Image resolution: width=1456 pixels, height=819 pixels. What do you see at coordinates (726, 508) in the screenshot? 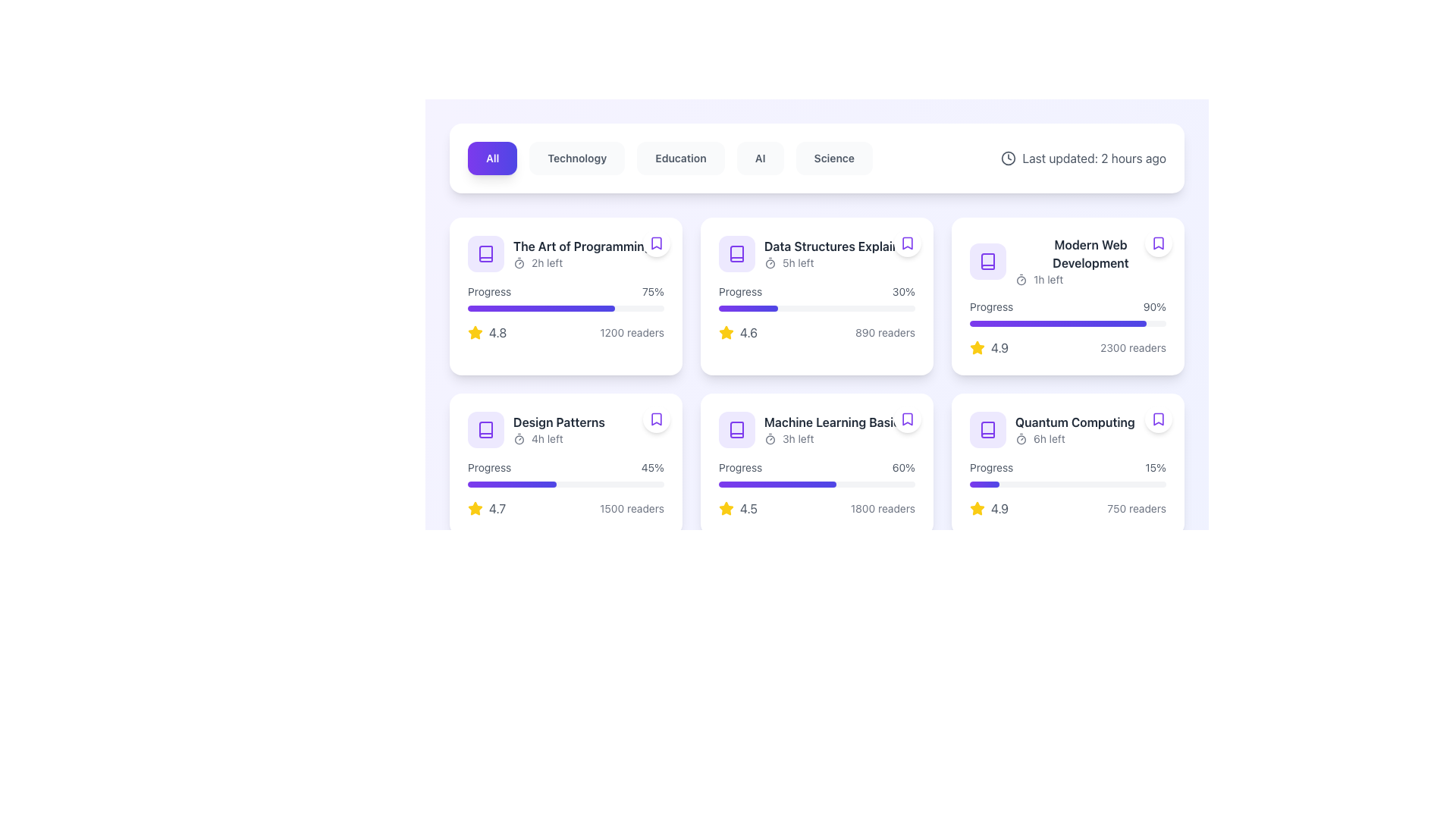
I see `the yellow star icon, which is the sixth star in the rating system located in the bottom-right card of the layout` at bounding box center [726, 508].